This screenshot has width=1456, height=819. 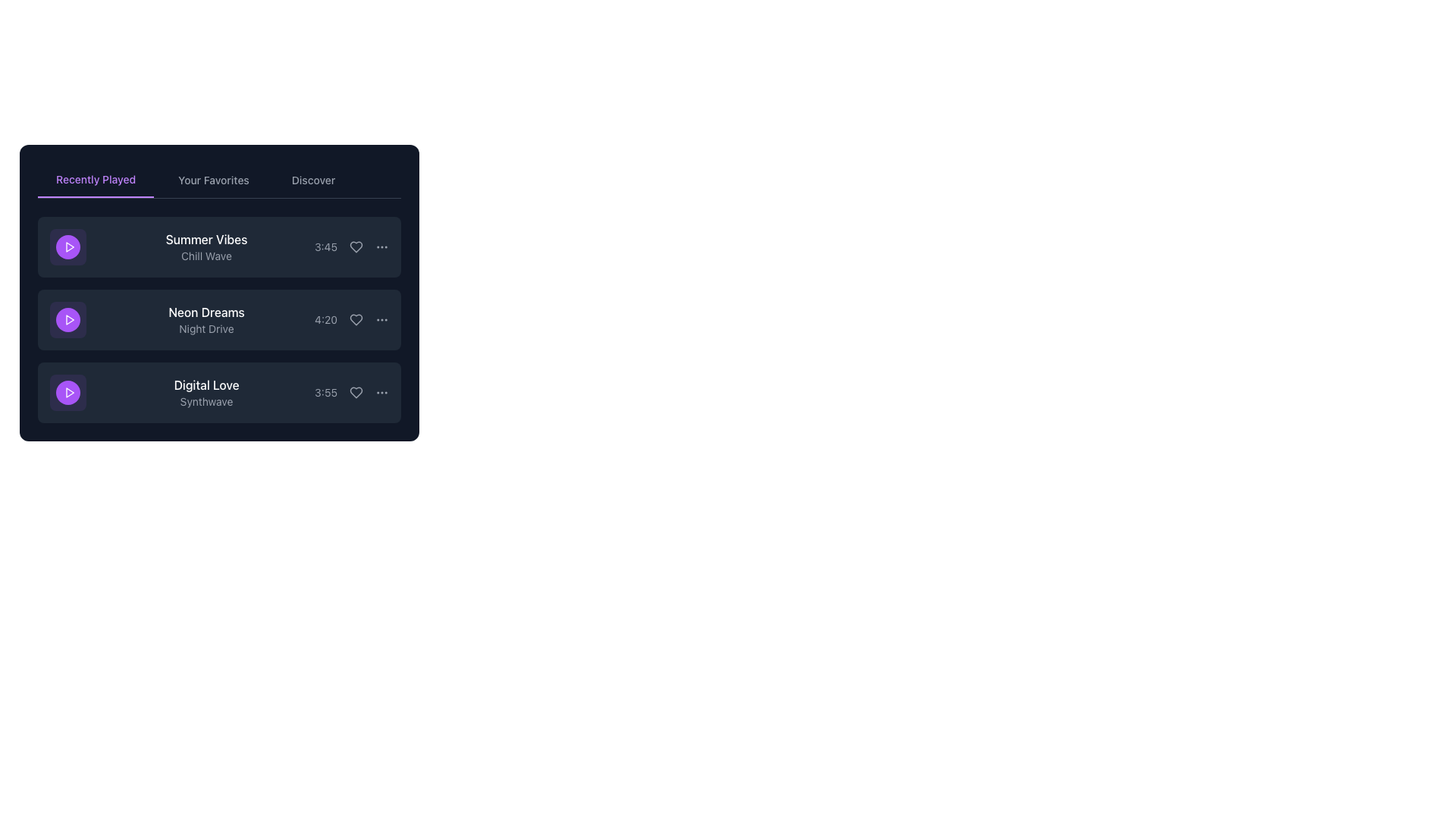 What do you see at coordinates (67, 246) in the screenshot?
I see `the play button for the track 'Summer Vibes' located` at bounding box center [67, 246].